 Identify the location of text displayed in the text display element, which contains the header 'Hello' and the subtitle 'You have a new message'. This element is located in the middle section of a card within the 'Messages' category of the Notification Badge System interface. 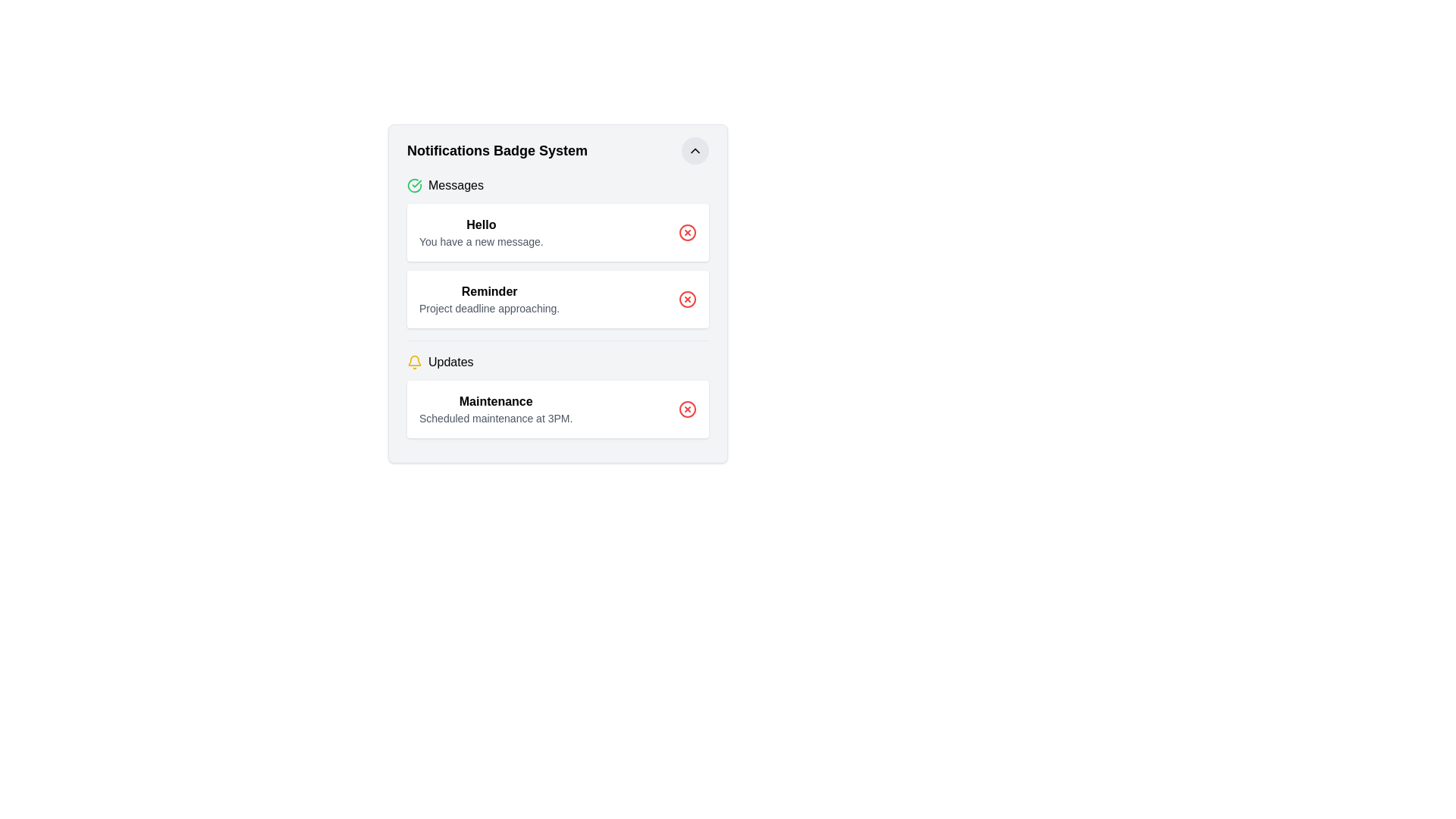
(480, 233).